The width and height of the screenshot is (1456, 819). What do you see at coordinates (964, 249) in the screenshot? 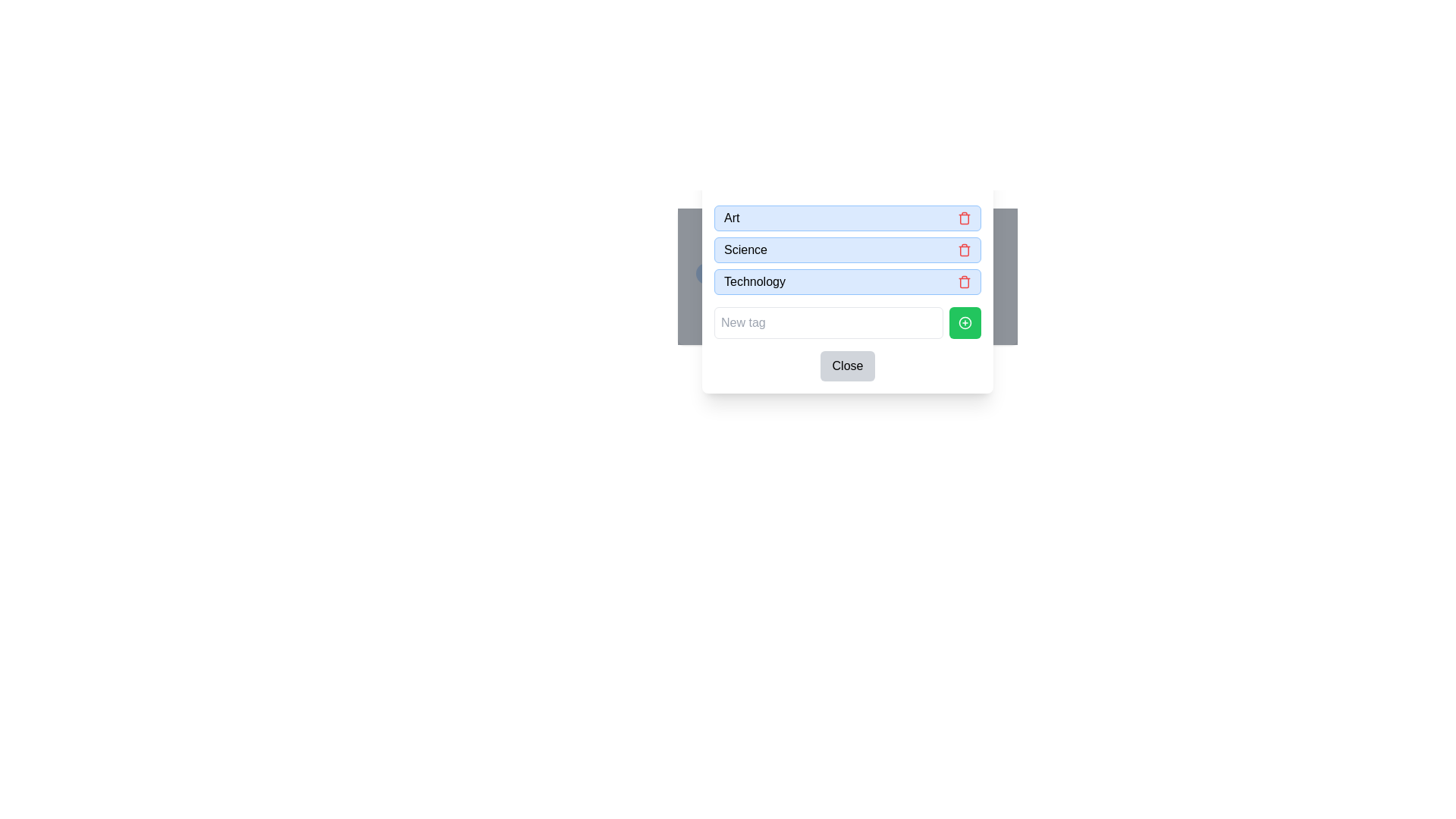
I see `the delete icon button for the 'Science' item in the list` at bounding box center [964, 249].